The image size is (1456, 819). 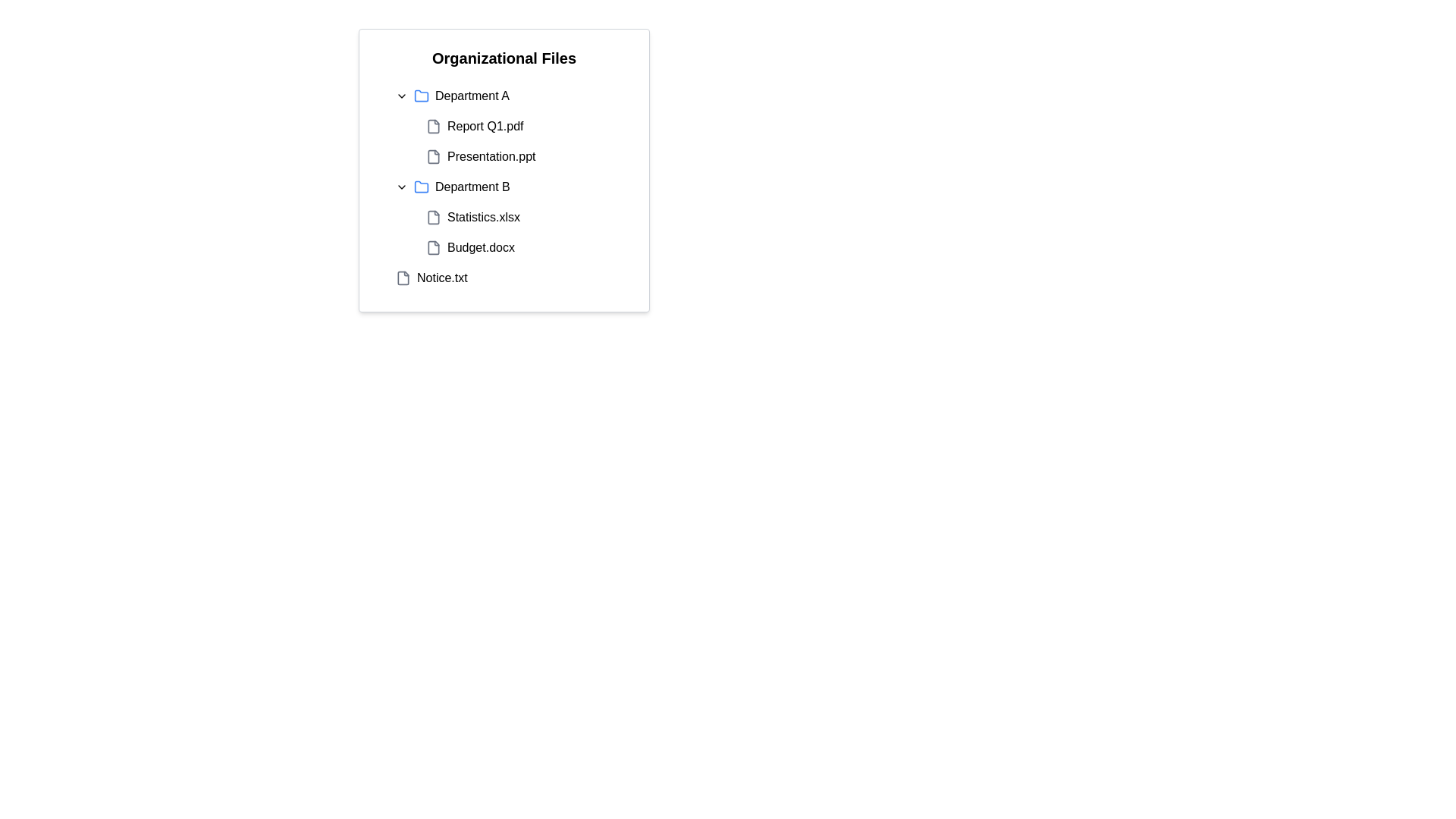 I want to click on the interactive folder representation labeled 'Department B', so click(x=452, y=186).